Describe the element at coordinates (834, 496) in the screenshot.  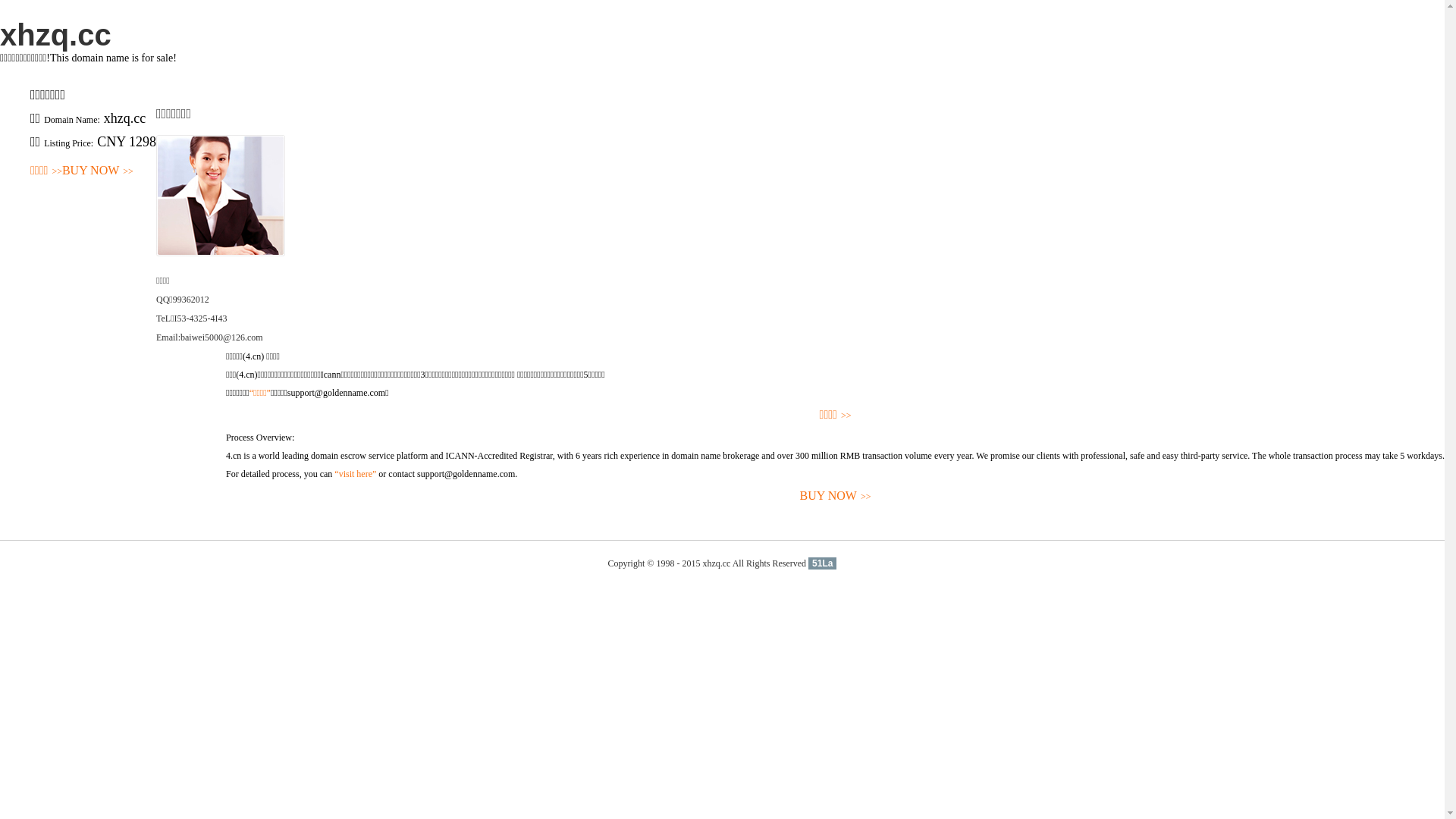
I see `'BUY NOW>>'` at that location.